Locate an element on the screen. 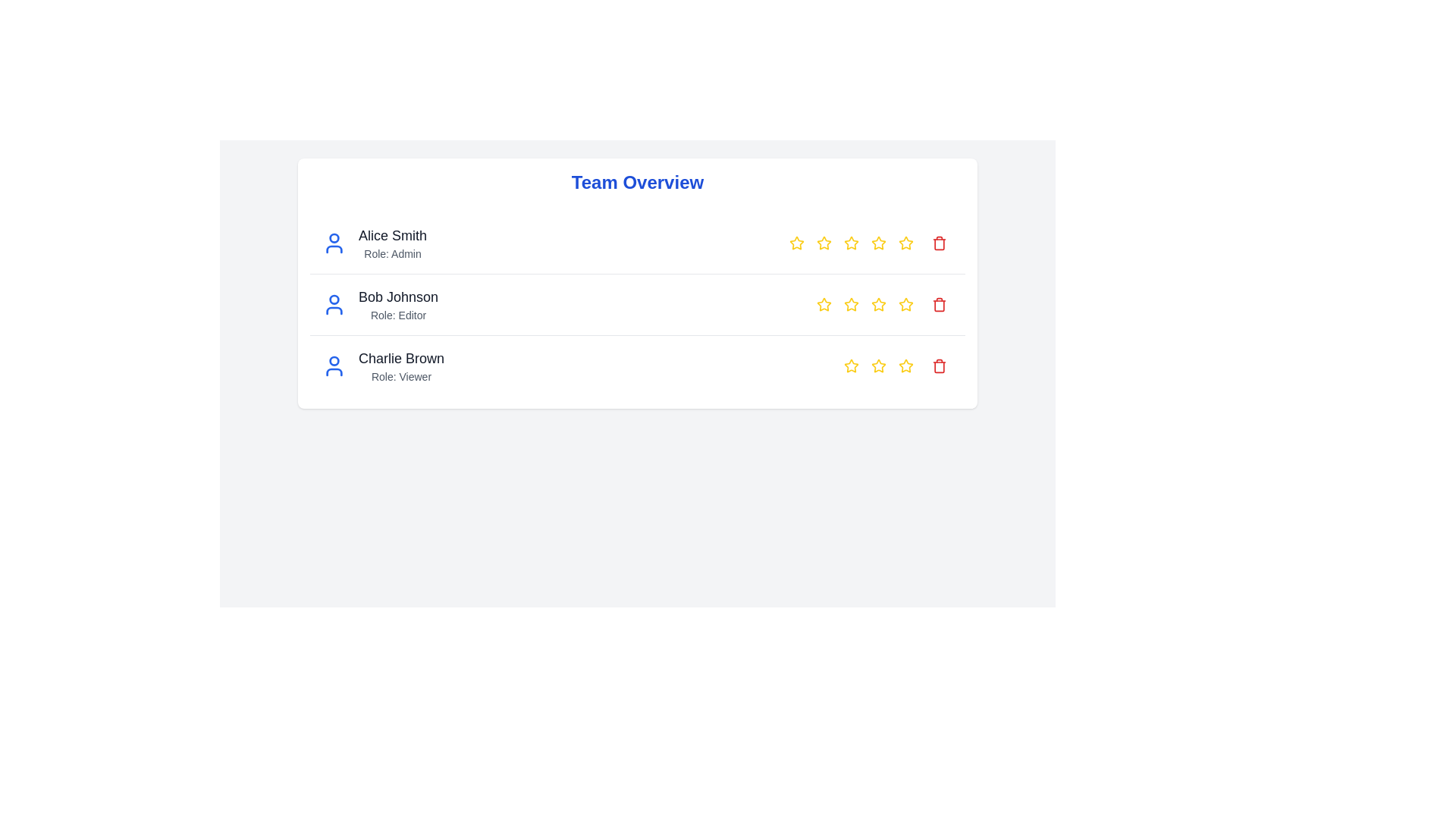  the second yellow star icon is located at coordinates (823, 242).